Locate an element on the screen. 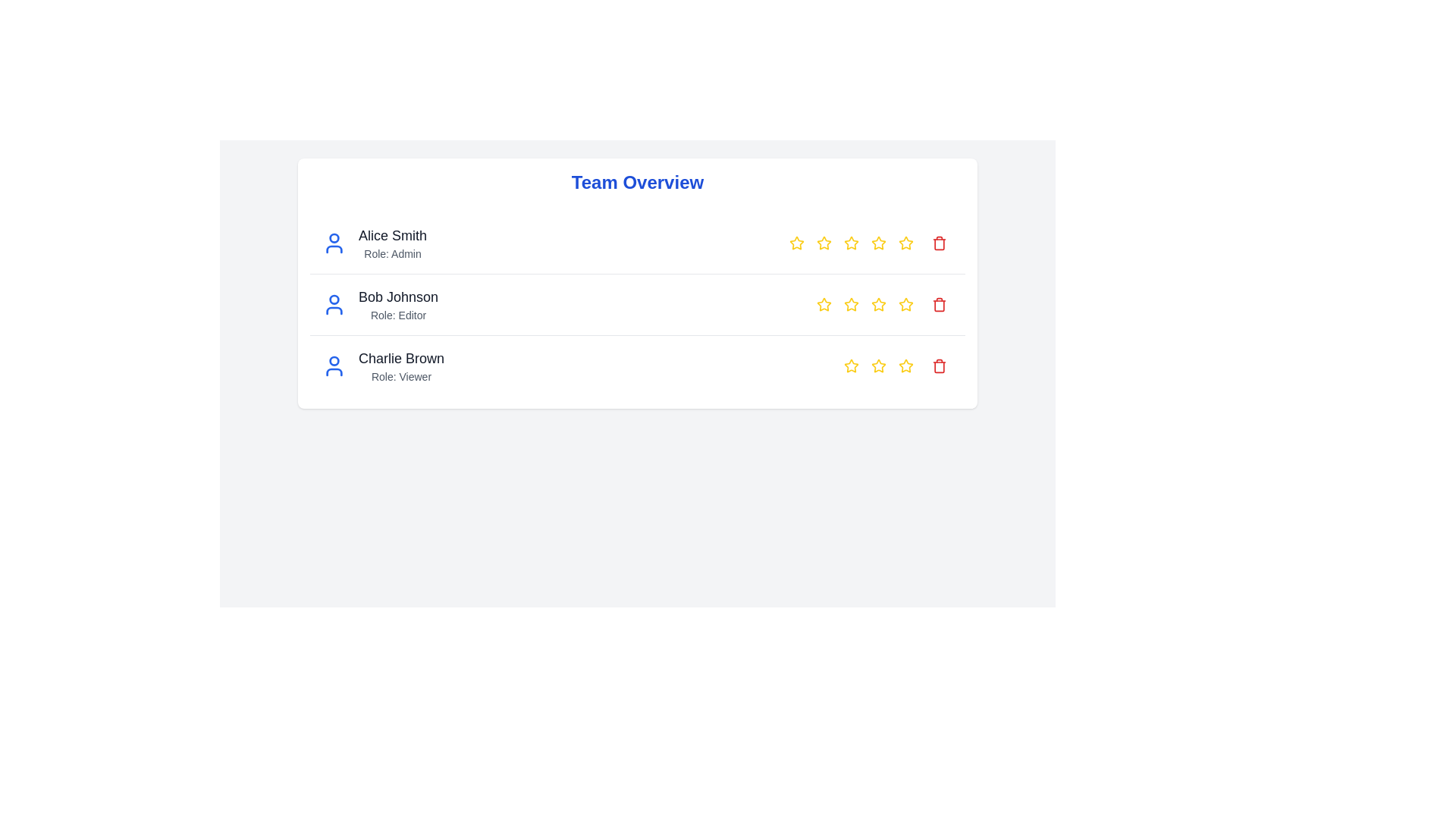  the second yellow star icon is located at coordinates (823, 242).